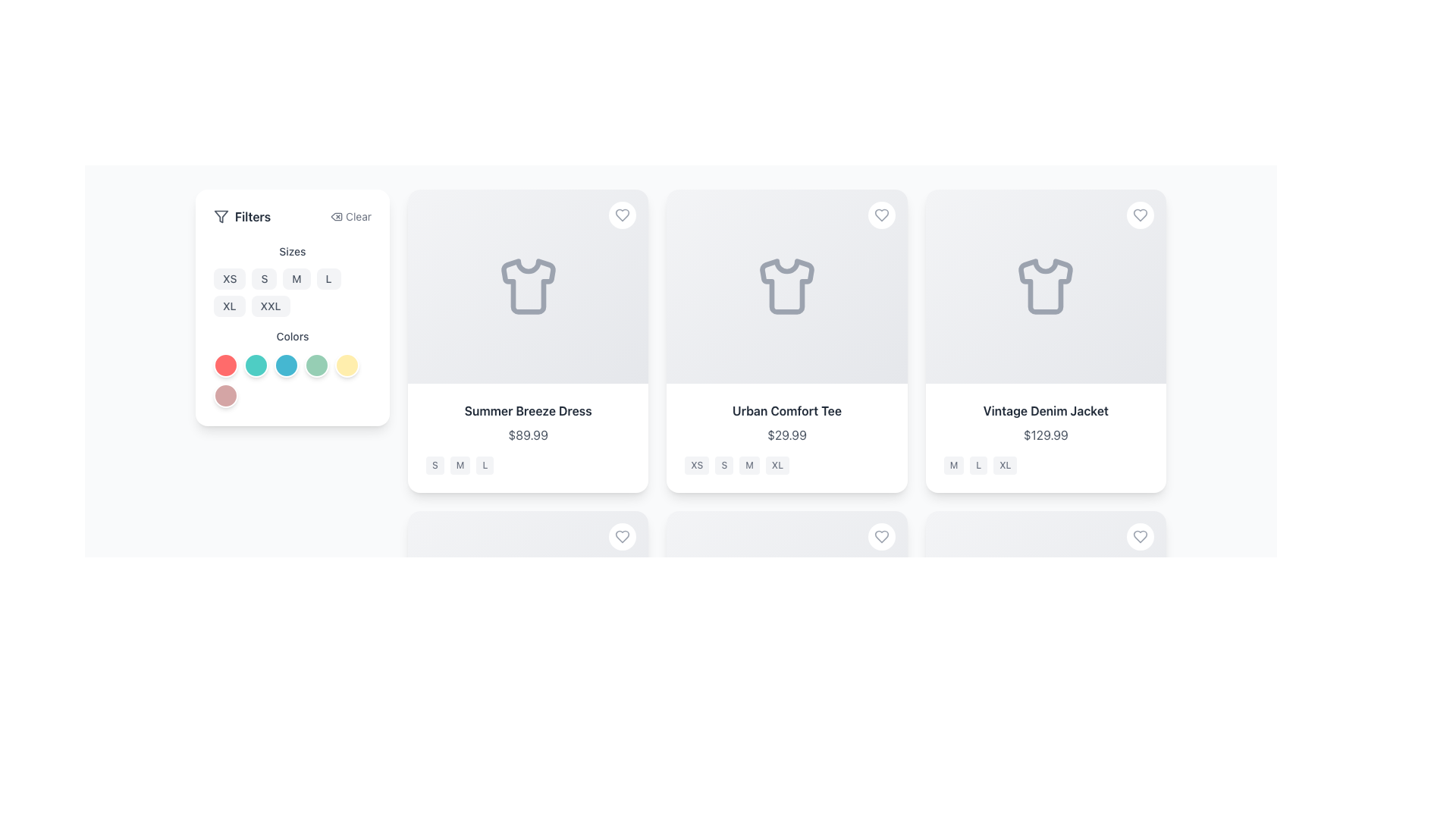 This screenshot has height=819, width=1456. Describe the element at coordinates (1045, 464) in the screenshot. I see `the group of size option selectors displaying 'M', 'L', and 'XL' for the product 'Vintage Denim Jacket'` at that location.